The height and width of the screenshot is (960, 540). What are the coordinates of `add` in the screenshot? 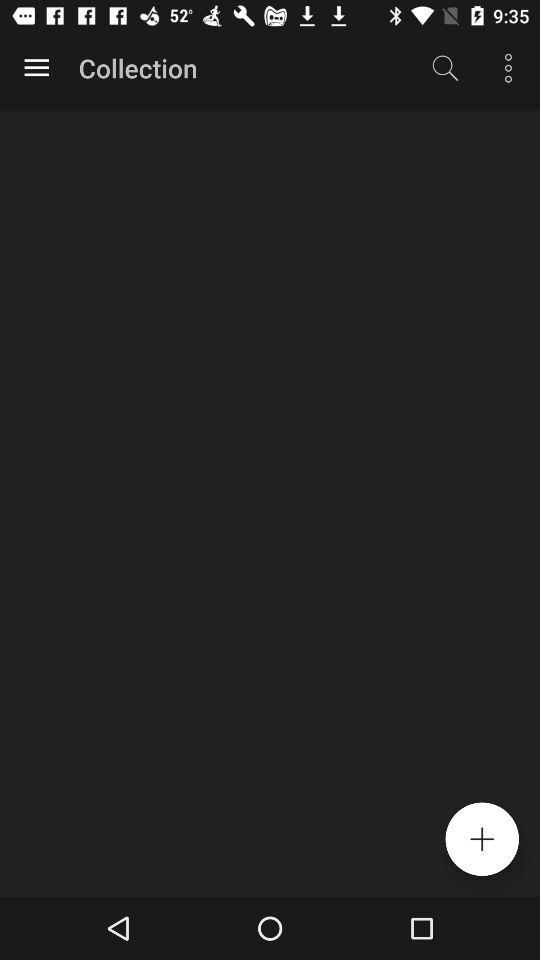 It's located at (481, 839).